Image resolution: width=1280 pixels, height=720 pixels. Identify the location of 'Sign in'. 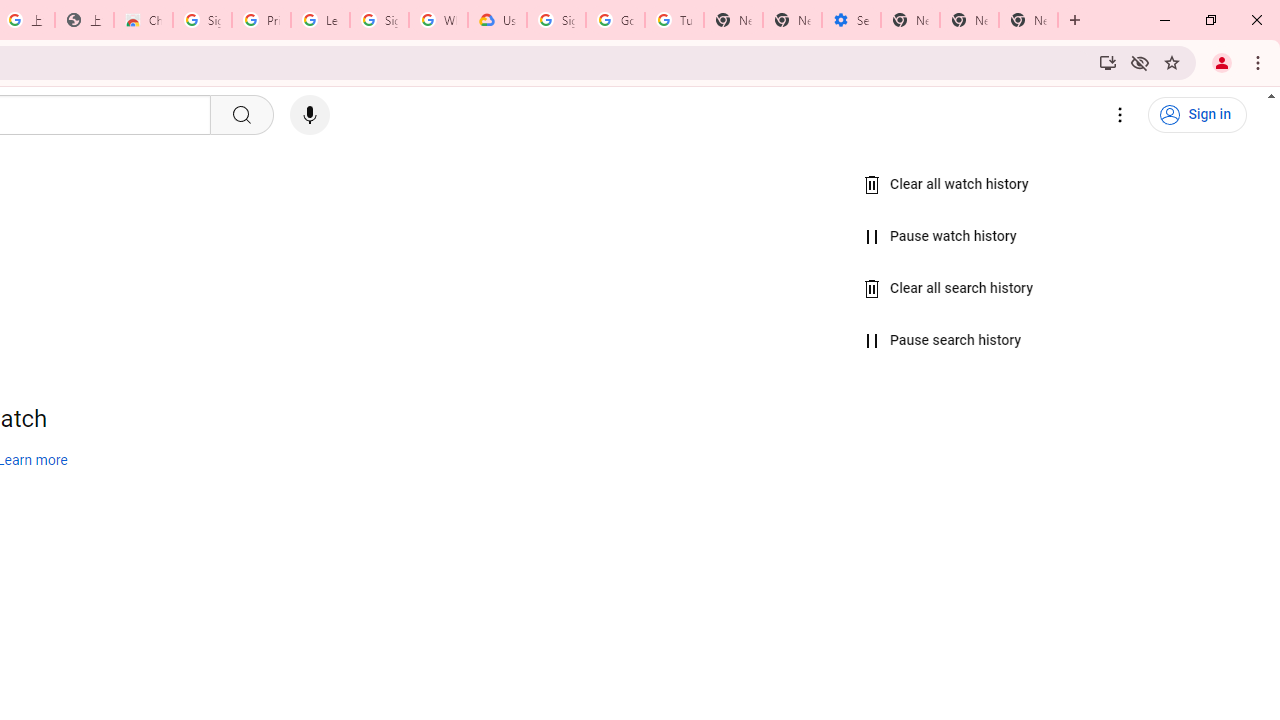
(1197, 115).